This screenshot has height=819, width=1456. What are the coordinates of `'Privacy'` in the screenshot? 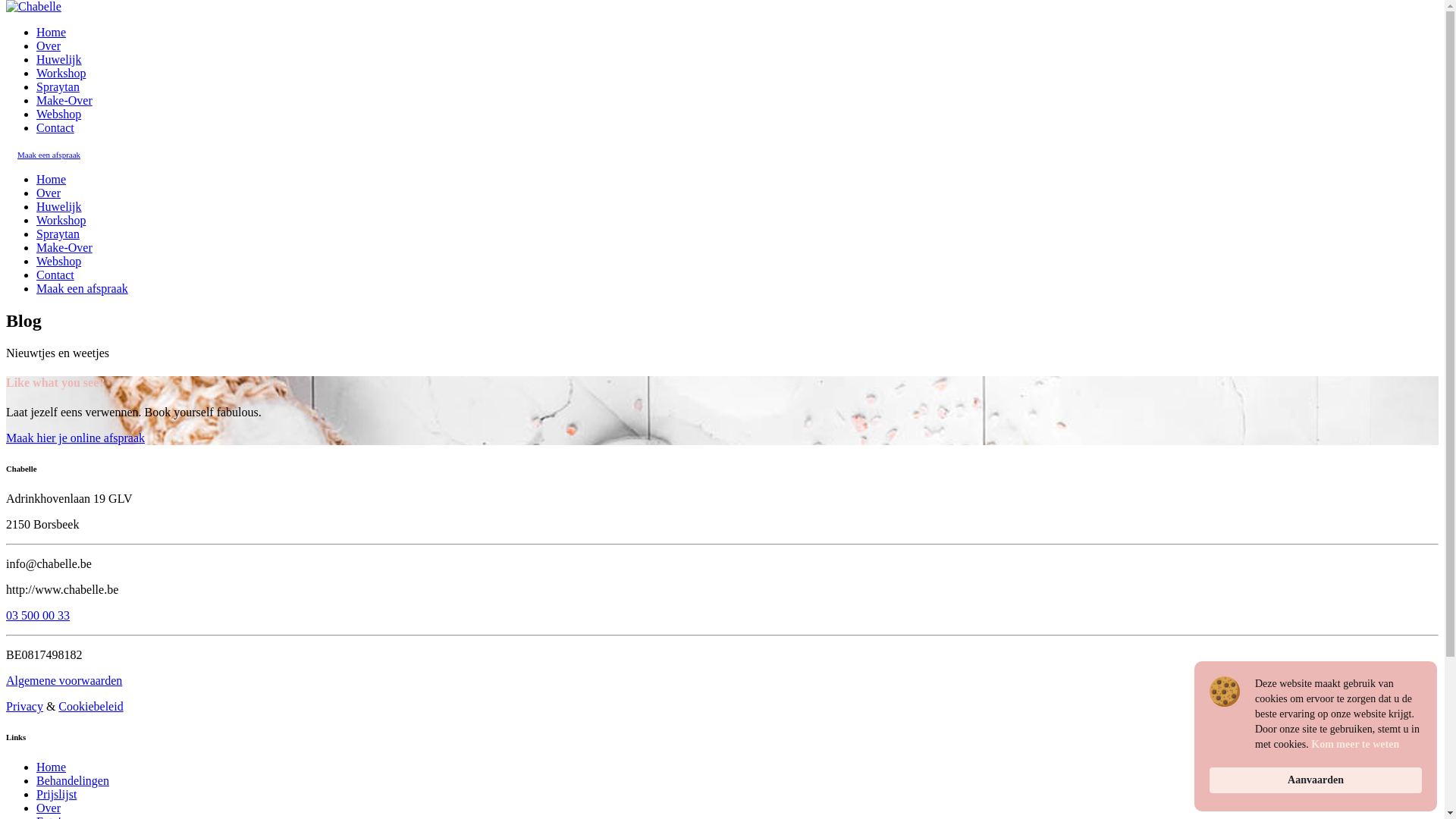 It's located at (24, 706).